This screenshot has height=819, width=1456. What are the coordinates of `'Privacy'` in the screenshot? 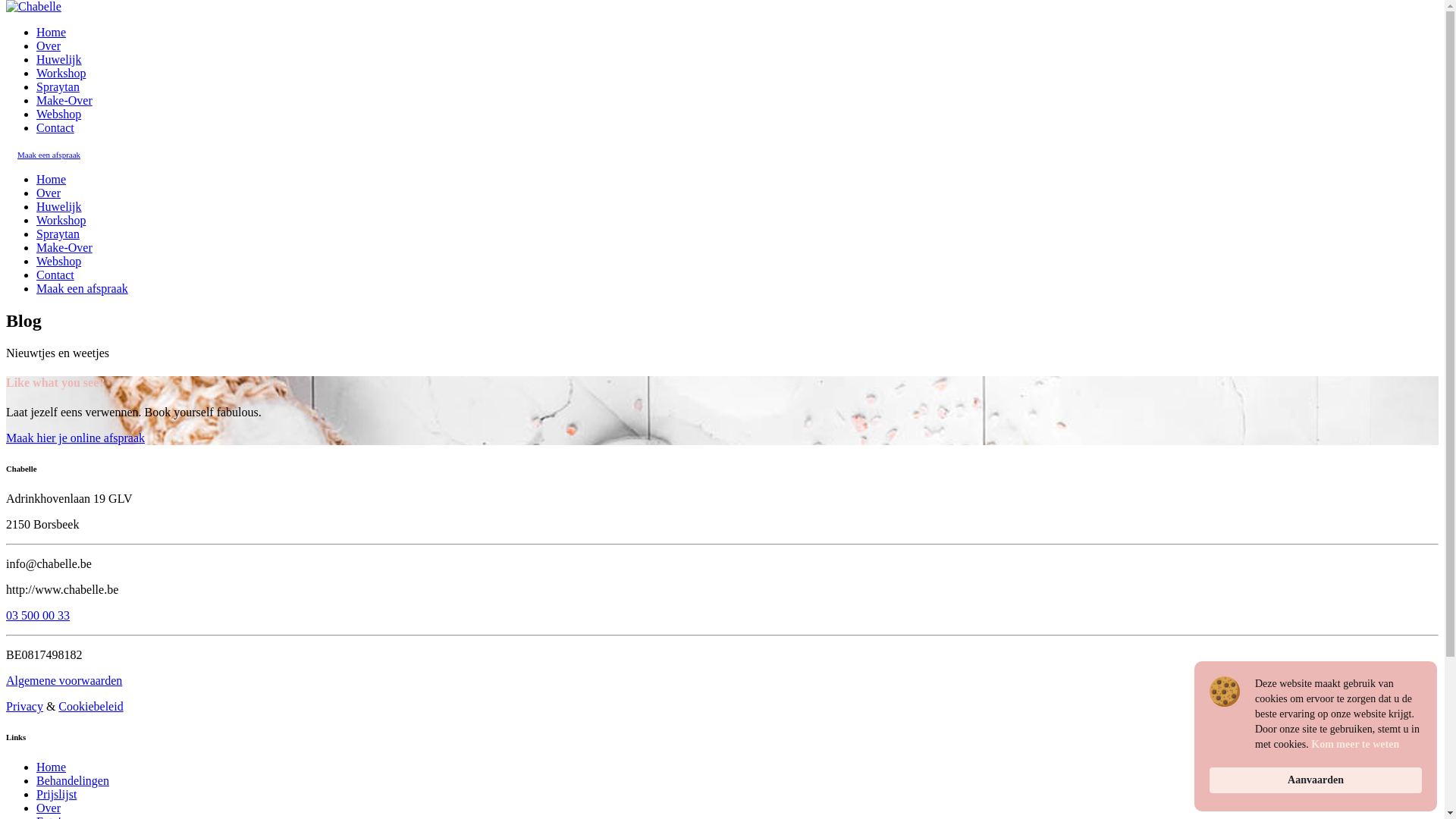 It's located at (24, 706).